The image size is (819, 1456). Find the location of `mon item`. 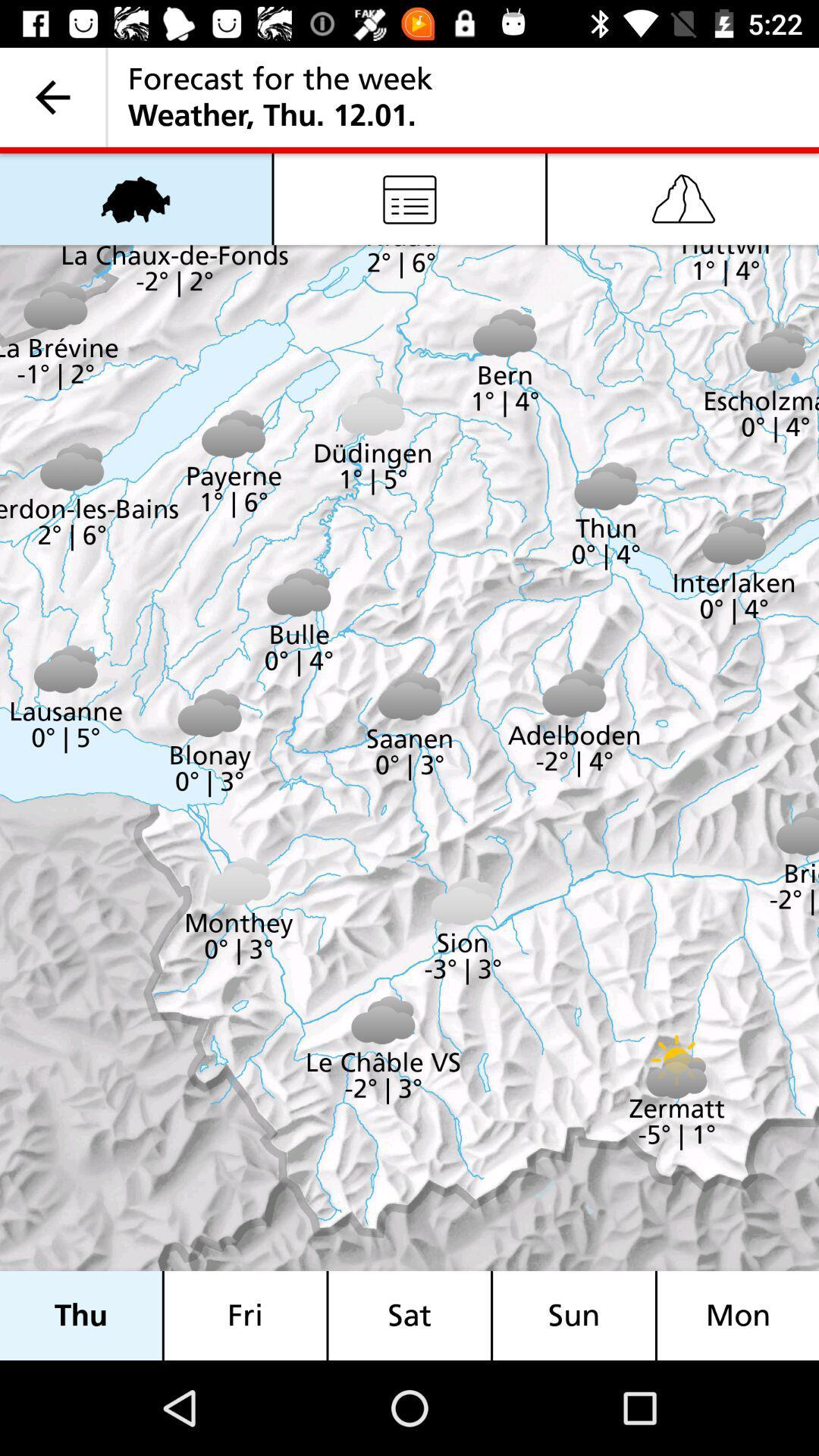

mon item is located at coordinates (737, 1315).